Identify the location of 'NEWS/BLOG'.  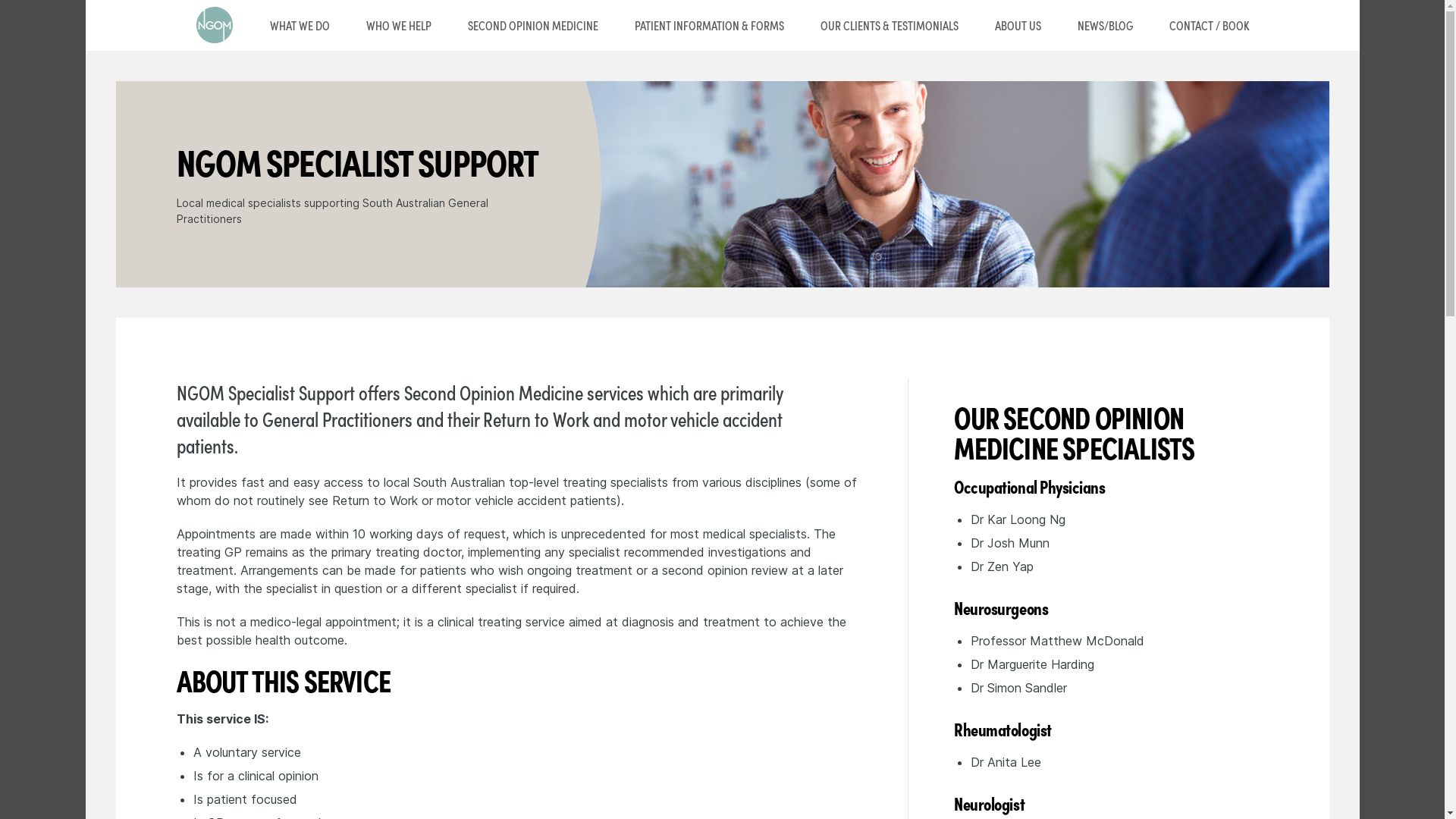
(1104, 25).